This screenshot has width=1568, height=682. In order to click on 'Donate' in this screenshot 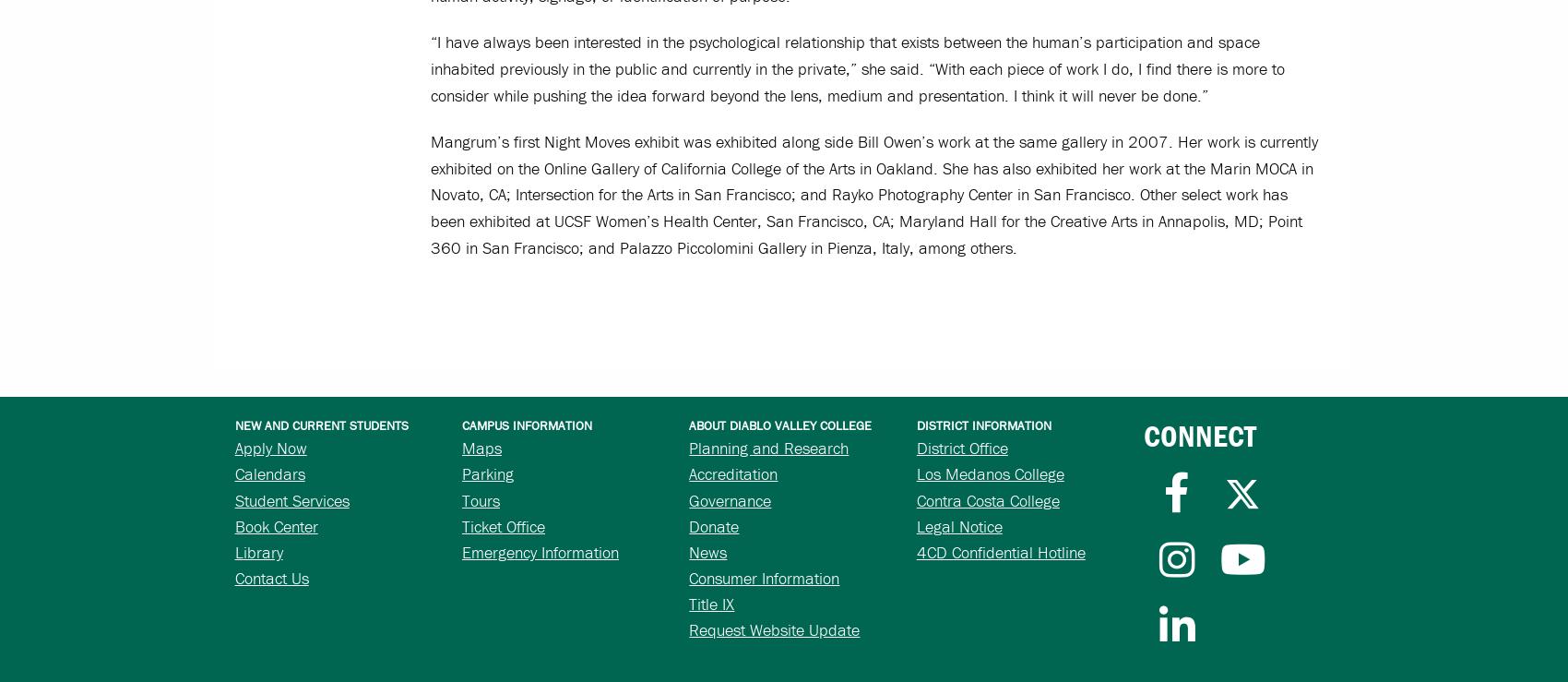, I will do `click(713, 524)`.